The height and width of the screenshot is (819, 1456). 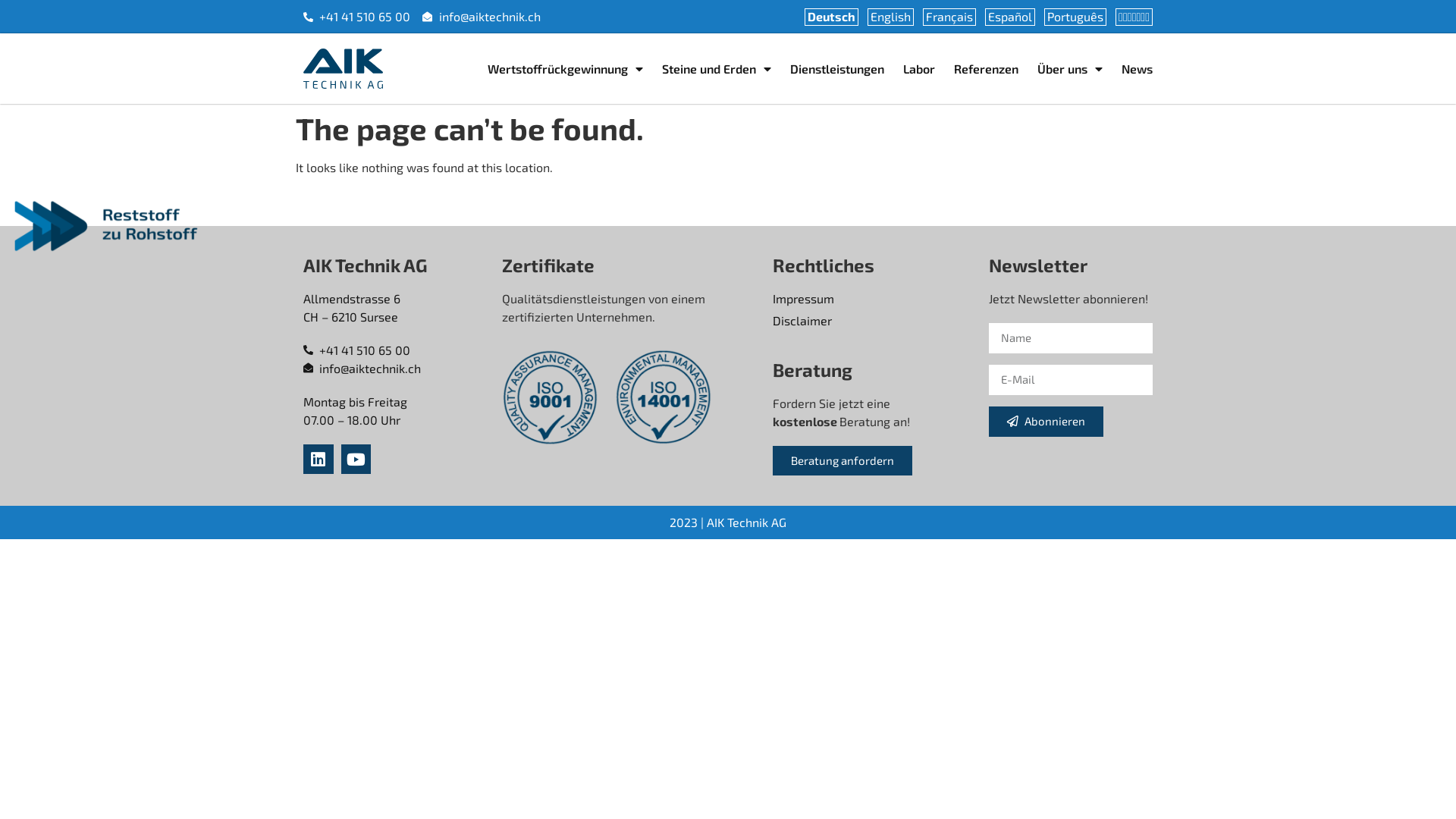 I want to click on 'Beratung anfordern', so click(x=841, y=460).